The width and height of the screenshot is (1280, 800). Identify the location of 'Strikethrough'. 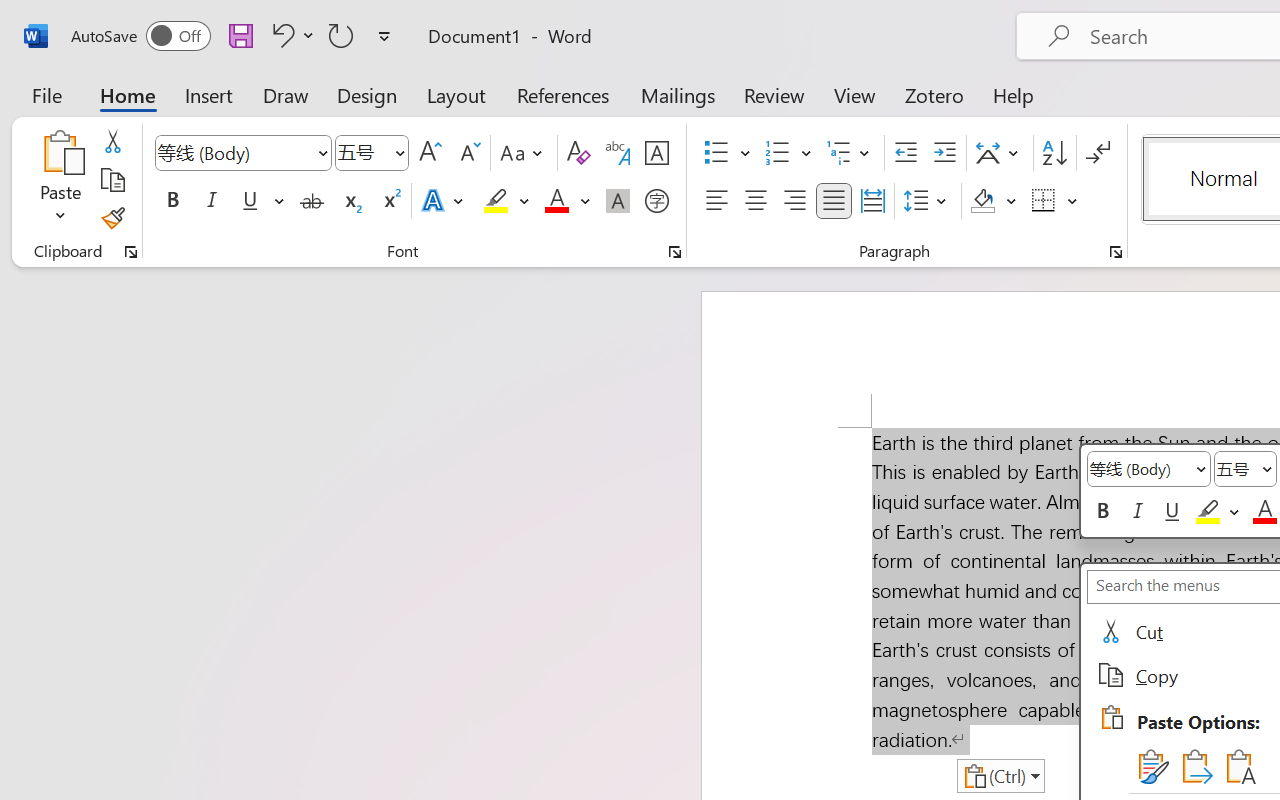
(311, 201).